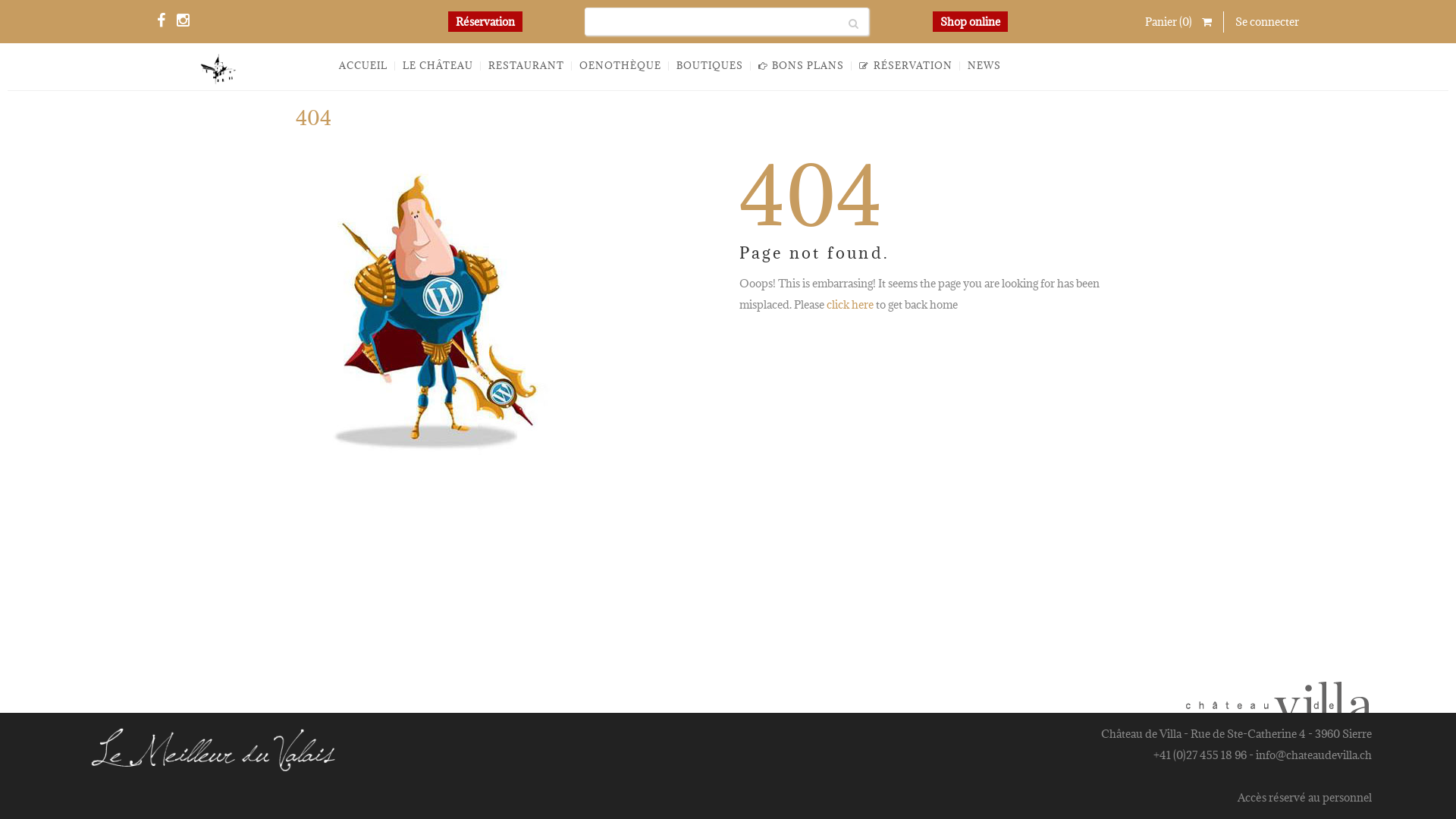  What do you see at coordinates (850, 304) in the screenshot?
I see `'click here'` at bounding box center [850, 304].